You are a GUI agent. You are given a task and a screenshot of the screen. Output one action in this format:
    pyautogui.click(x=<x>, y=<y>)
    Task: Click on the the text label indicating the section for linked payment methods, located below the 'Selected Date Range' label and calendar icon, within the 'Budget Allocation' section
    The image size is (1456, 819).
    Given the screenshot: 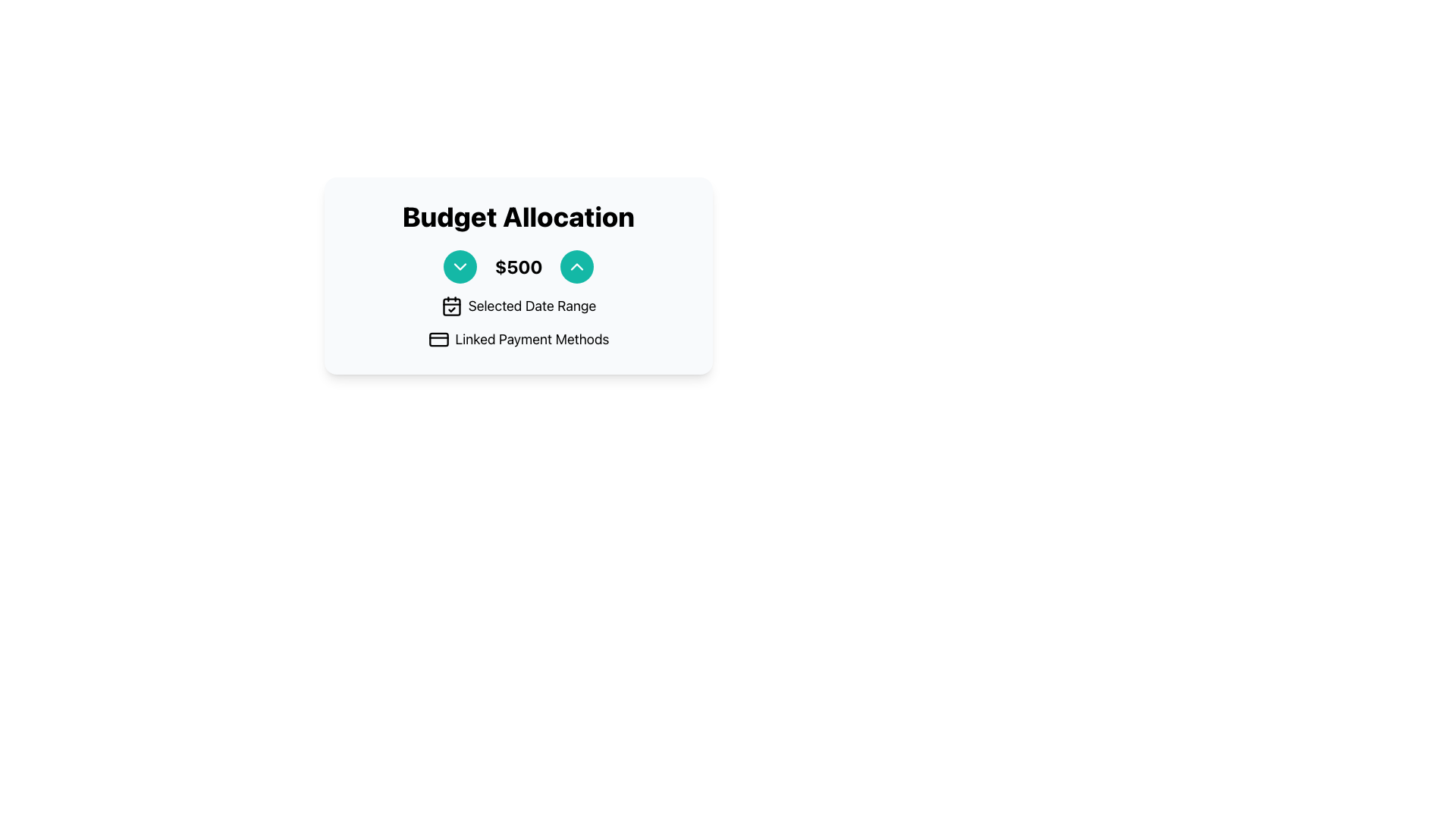 What is the action you would take?
    pyautogui.click(x=532, y=338)
    